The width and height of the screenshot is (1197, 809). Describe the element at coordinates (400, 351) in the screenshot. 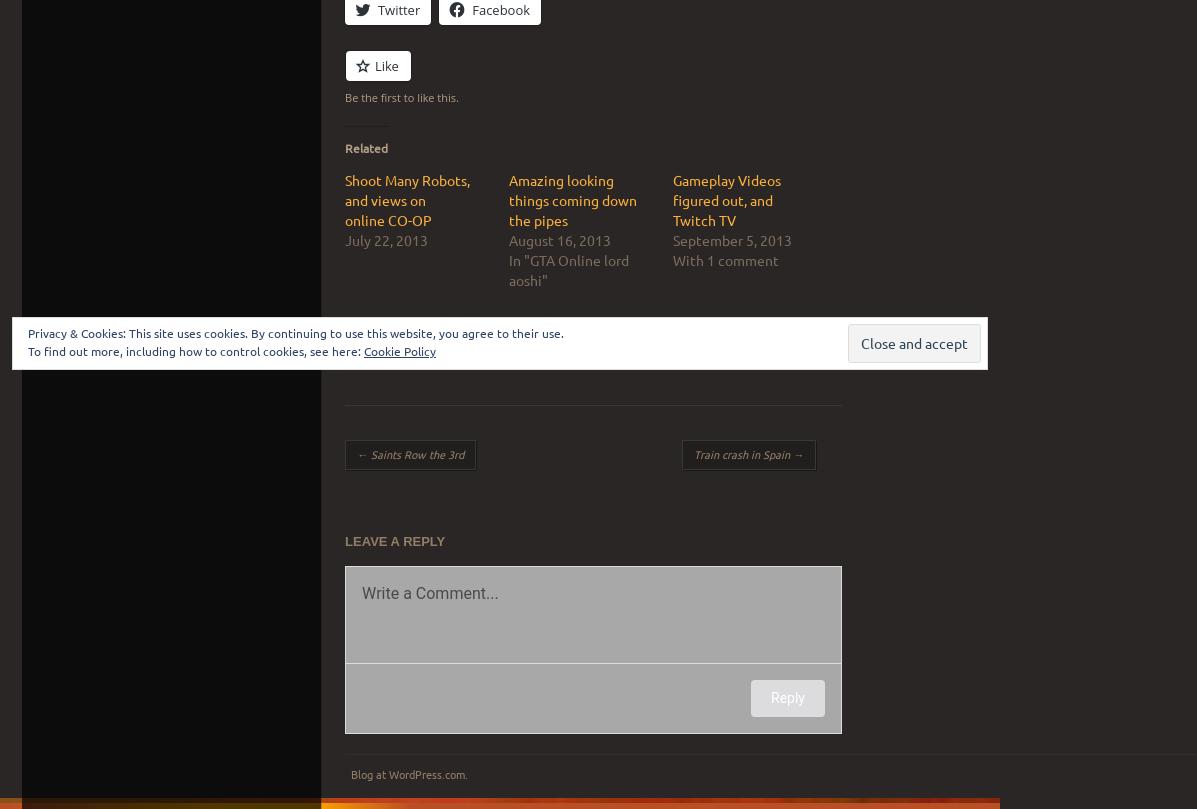

I see `'Cookie Policy'` at that location.